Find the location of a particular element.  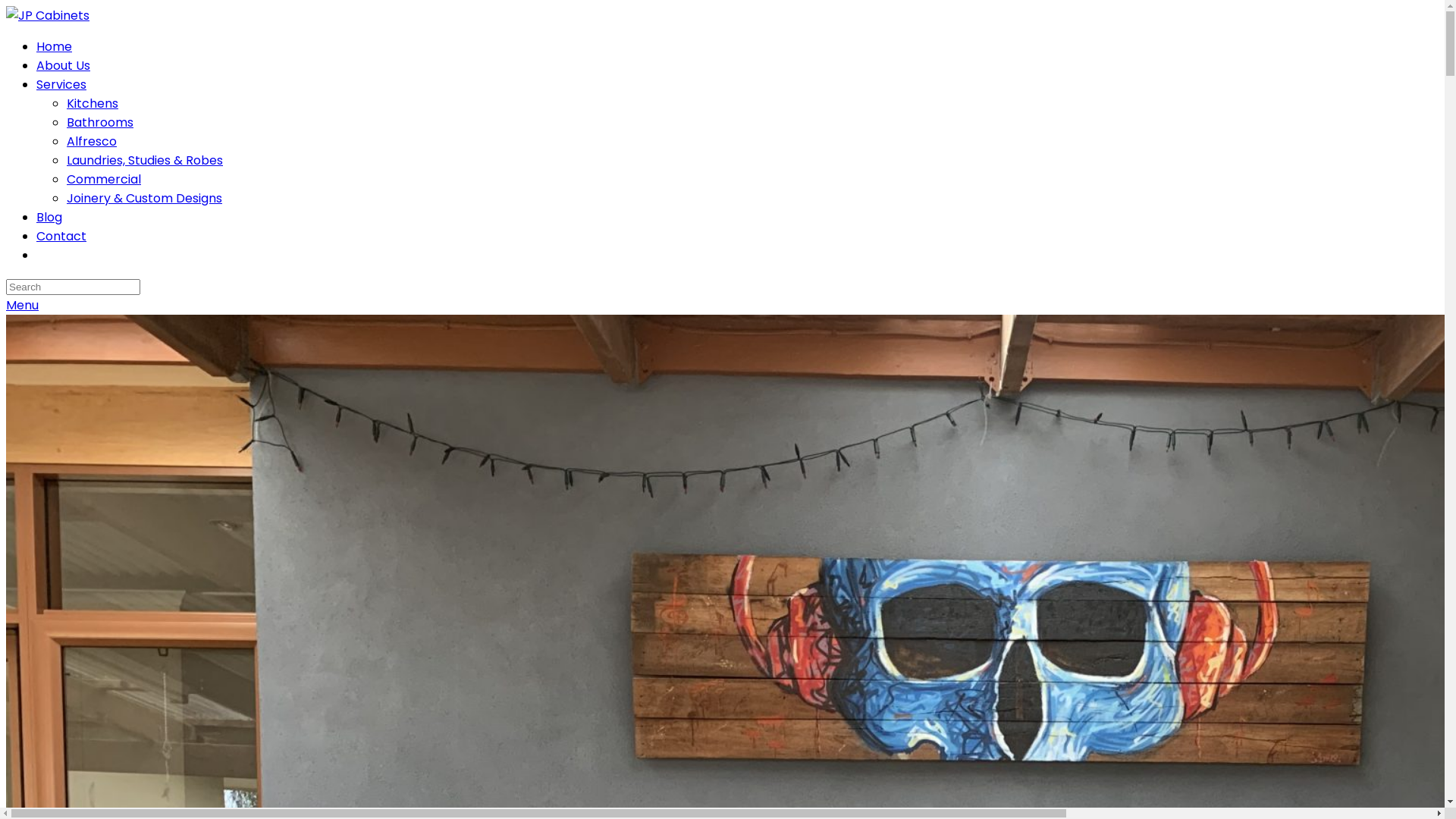

'Joinery & Custom Designs' is located at coordinates (65, 197).